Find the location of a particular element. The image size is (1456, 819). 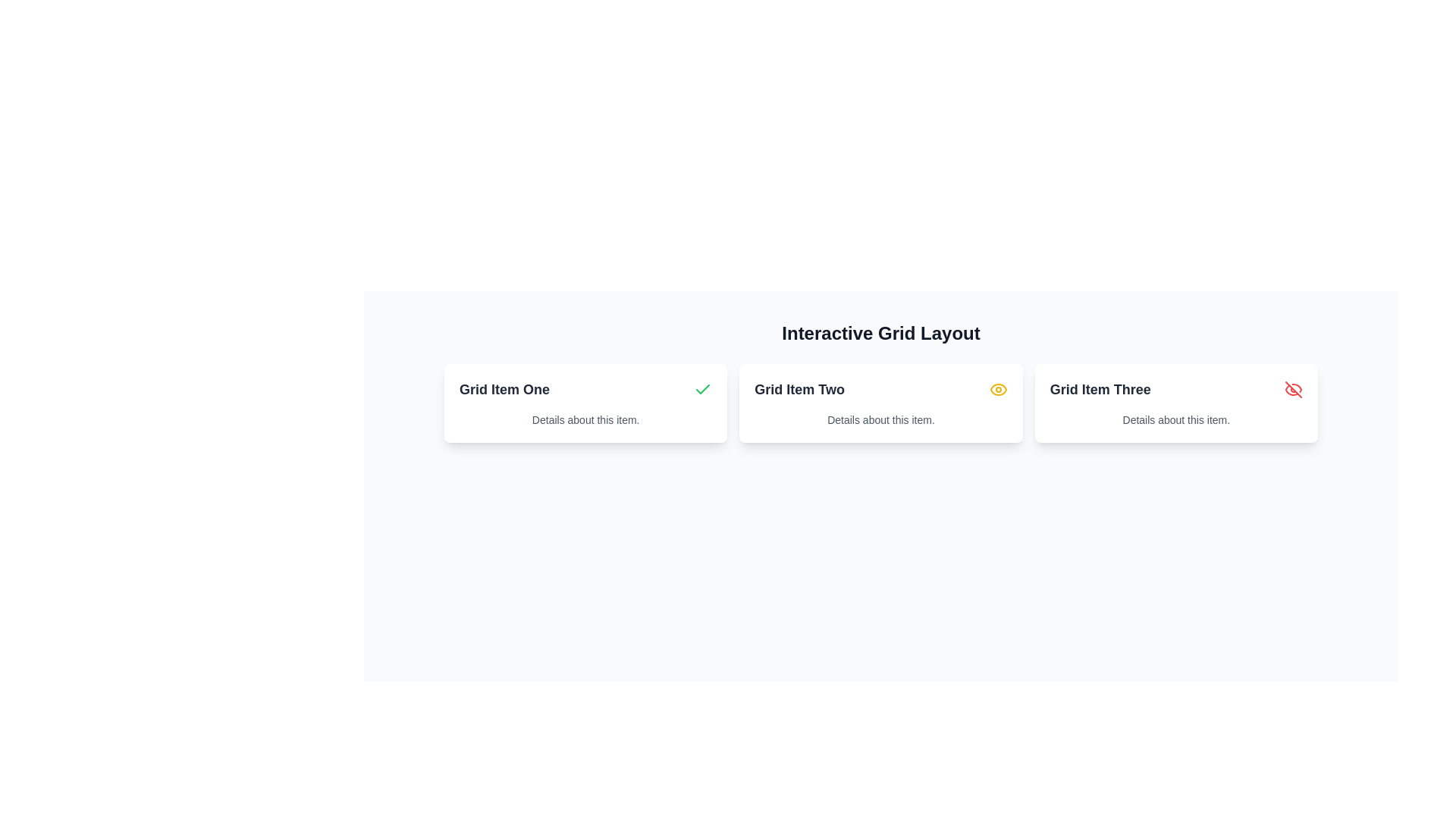

the Text label that provides additional descriptive information about the item in 'Grid Item One', located below the title of the card is located at coordinates (585, 420).